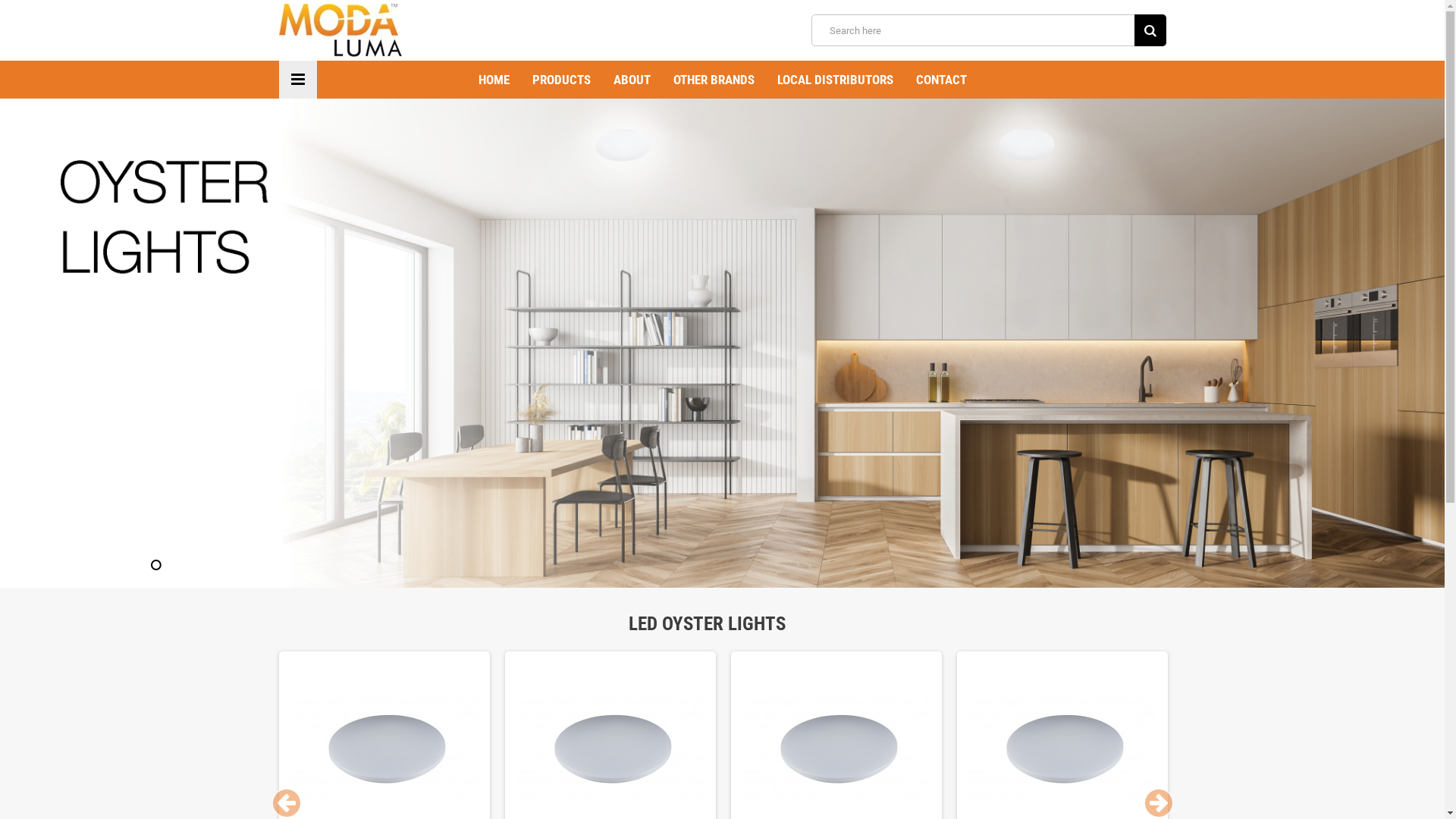  What do you see at coordinates (287, 802) in the screenshot?
I see `'Previous'` at bounding box center [287, 802].